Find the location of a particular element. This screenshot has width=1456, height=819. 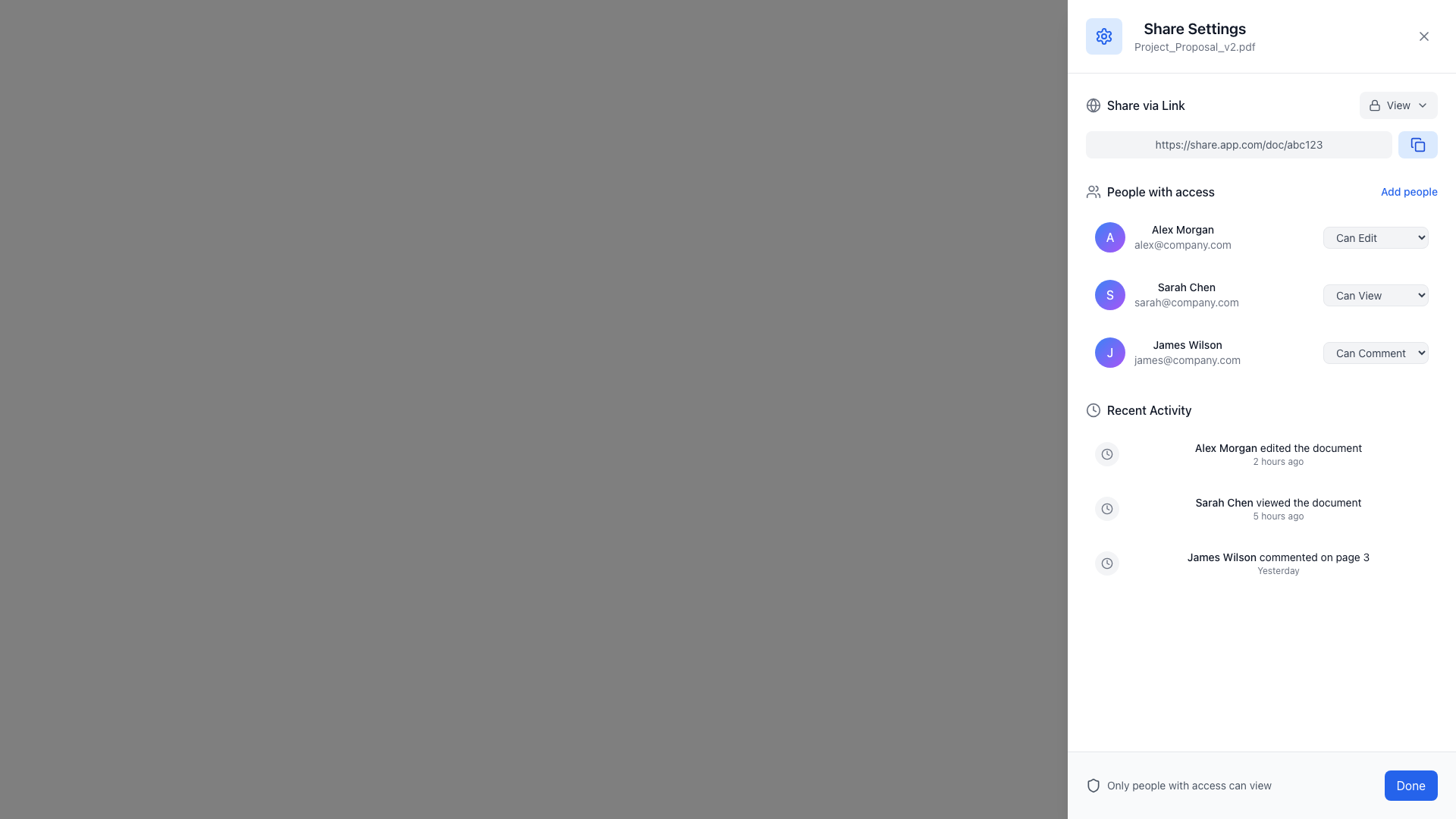

the circular base of the clock icon located near the activity feed section of the right-side panel is located at coordinates (1106, 563).